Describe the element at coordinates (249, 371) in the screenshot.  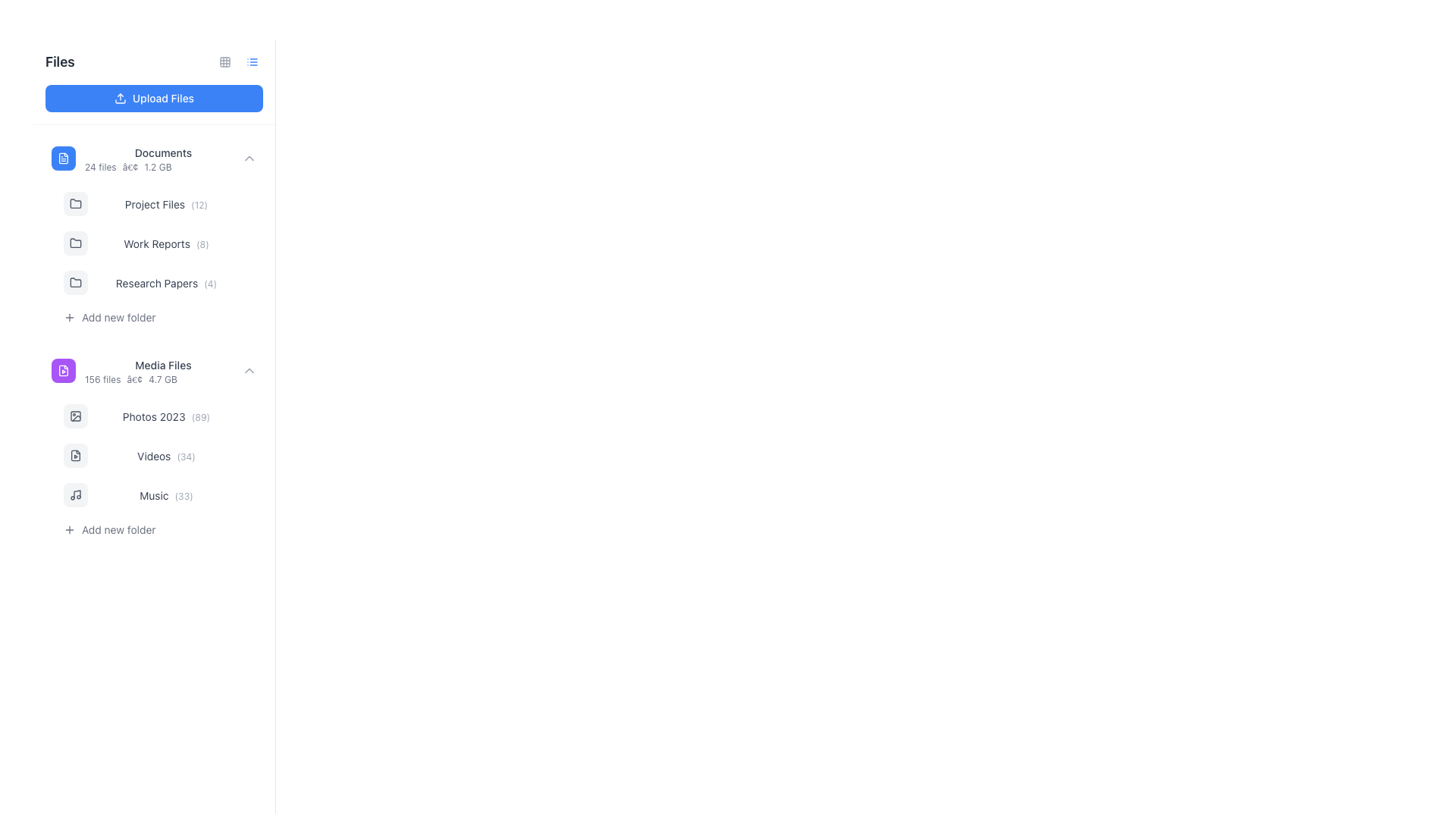
I see `the upward-pointing Chevron Icon (Toggle Indicator) located at the far-right side of the 'Media Files' row` at that location.